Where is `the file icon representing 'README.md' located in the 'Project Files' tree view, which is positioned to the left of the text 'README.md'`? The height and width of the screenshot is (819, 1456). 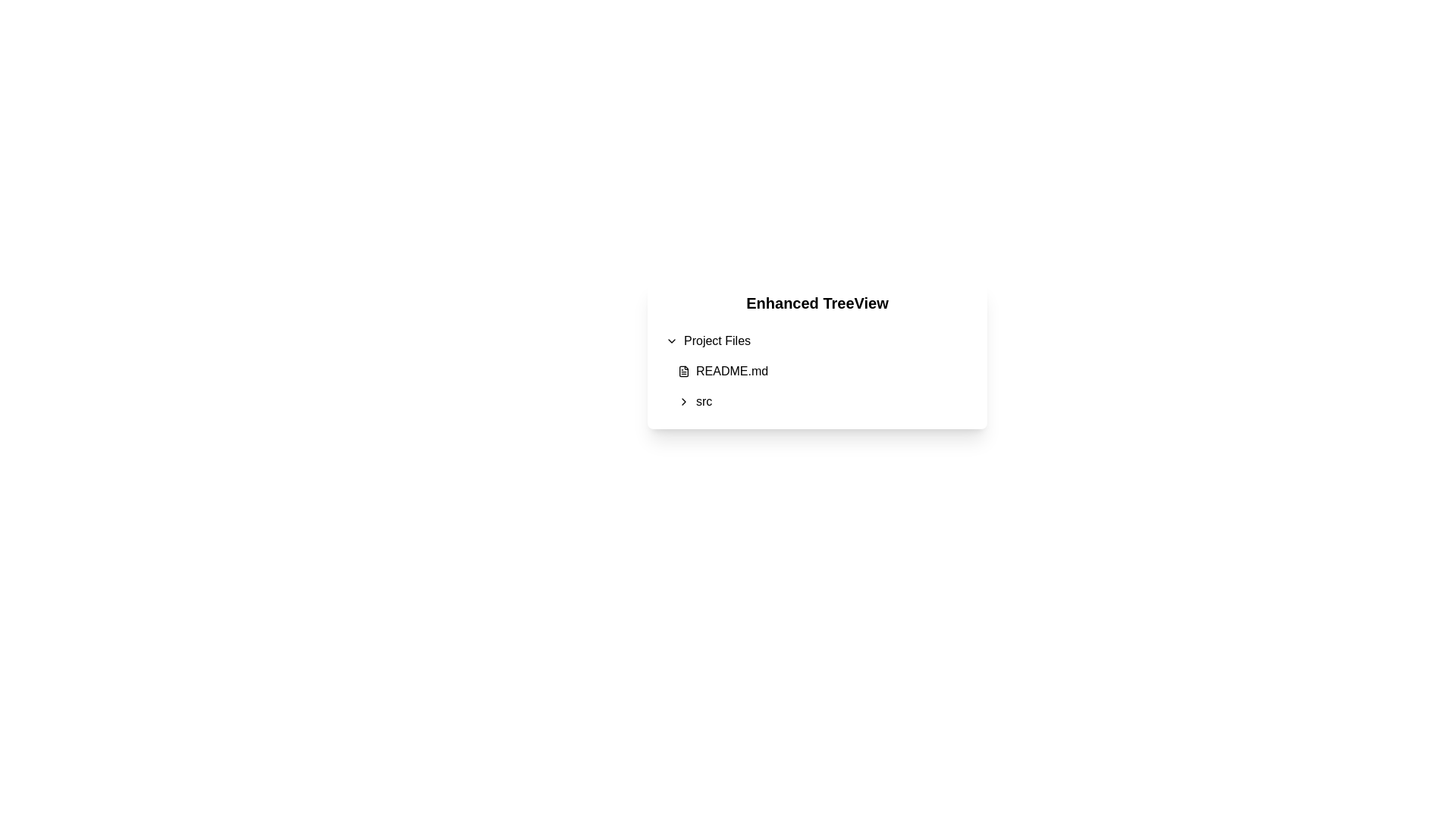 the file icon representing 'README.md' located in the 'Project Files' tree view, which is positioned to the left of the text 'README.md' is located at coordinates (683, 371).